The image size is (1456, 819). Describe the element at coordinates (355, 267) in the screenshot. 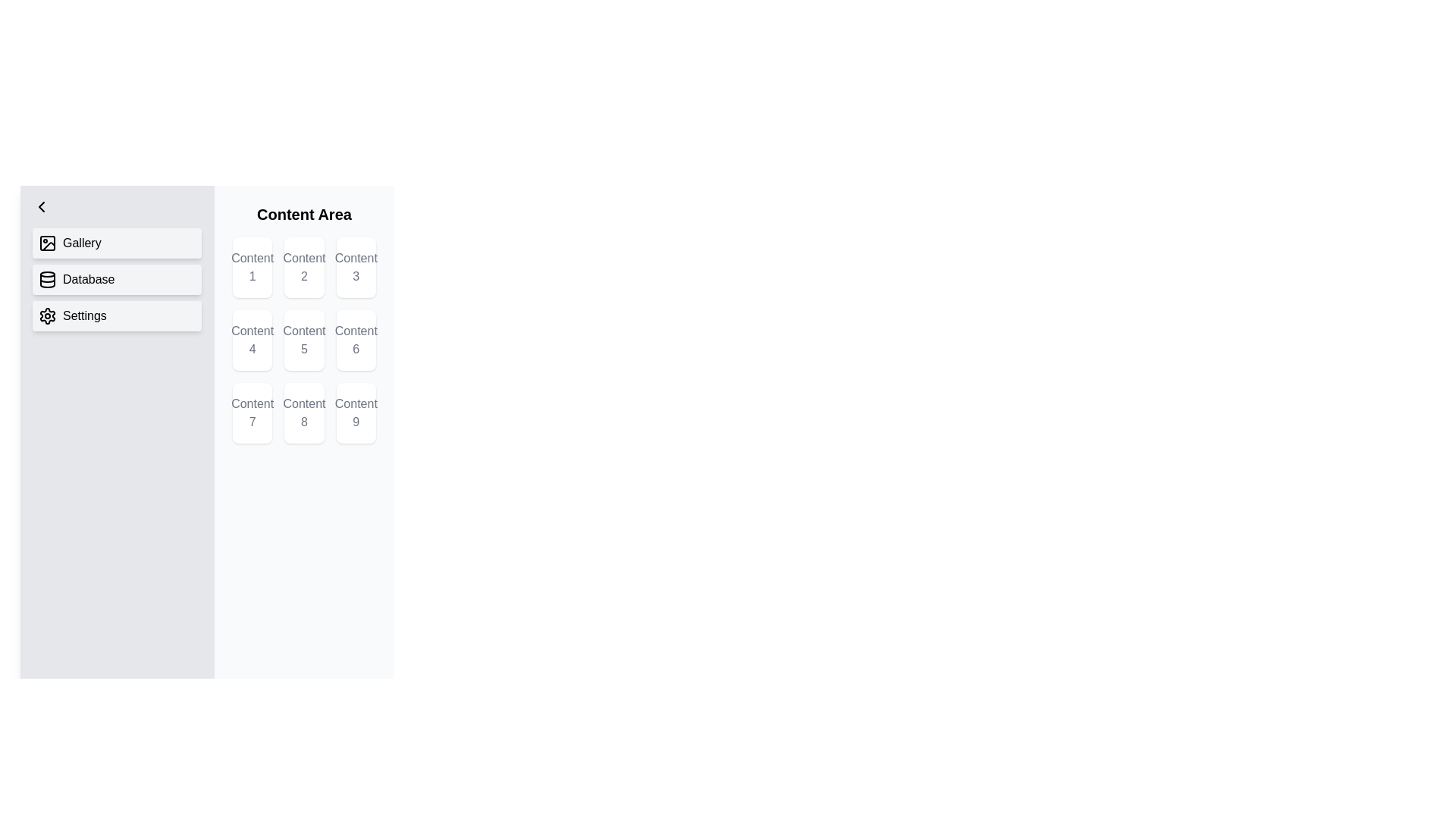

I see `the Grid Item with gray text 'Content 3'` at that location.